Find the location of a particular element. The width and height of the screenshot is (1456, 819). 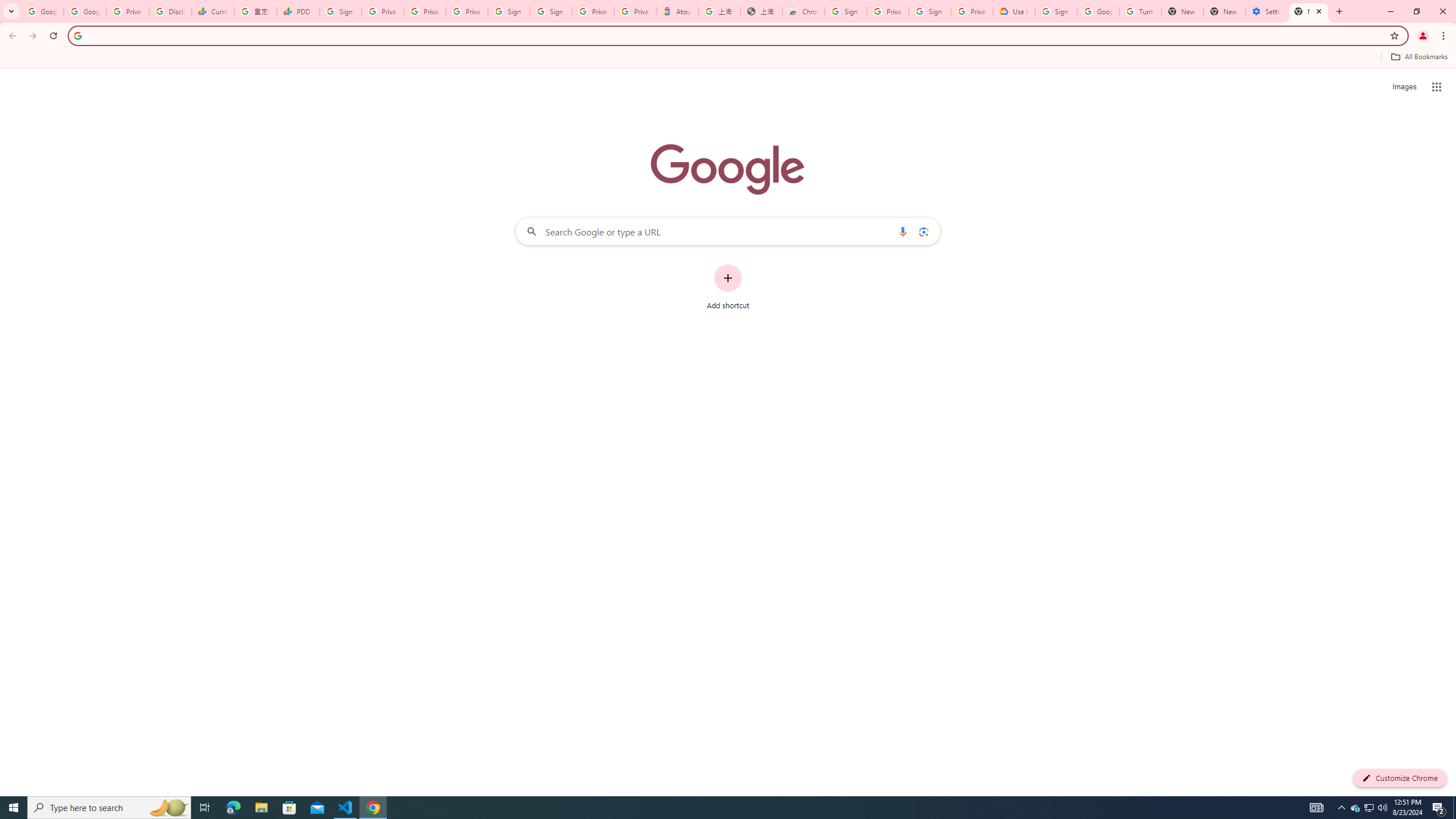

'Sign in - Google Accounts' is located at coordinates (510, 11).